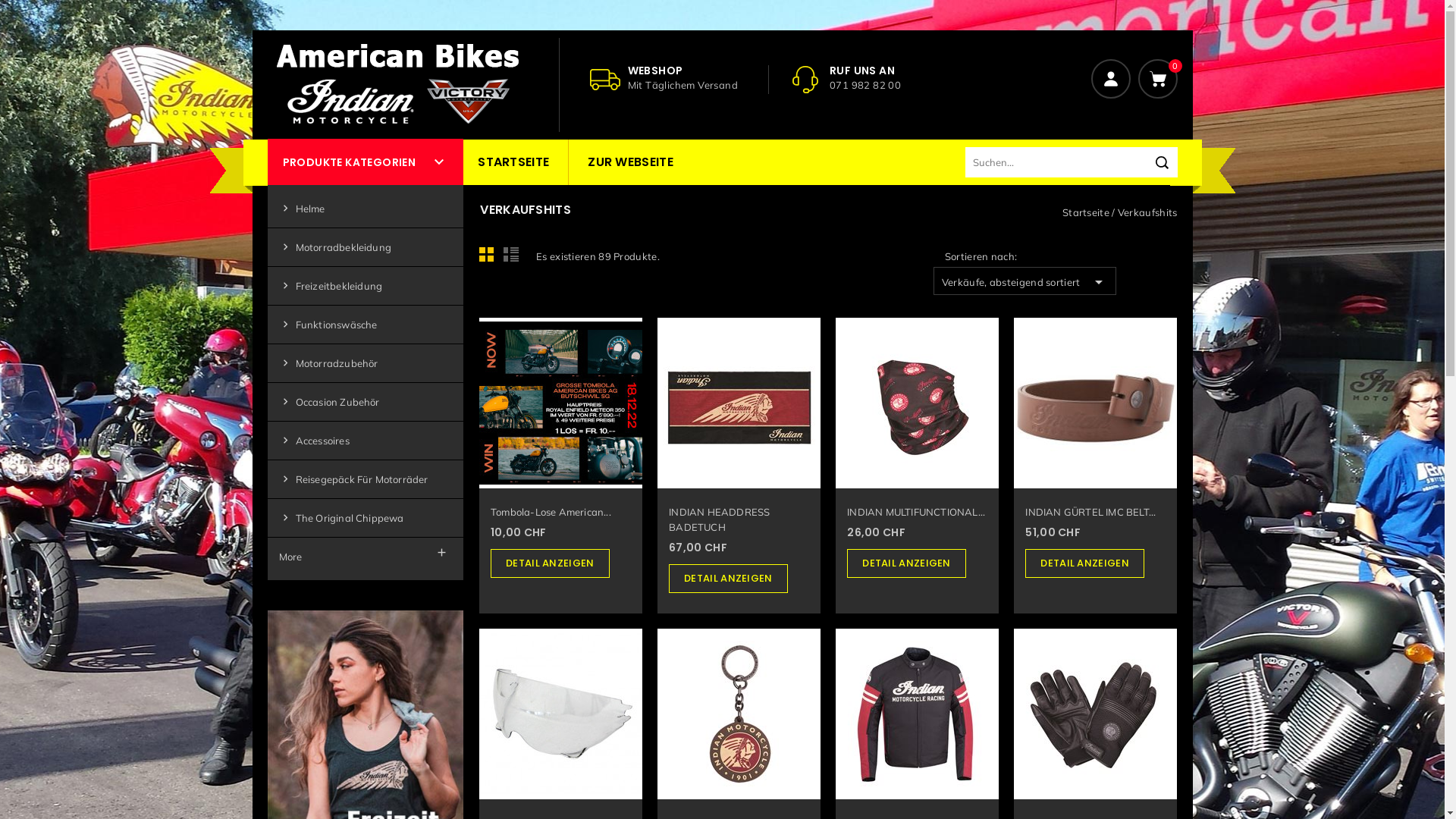 The width and height of the screenshot is (1456, 819). What do you see at coordinates (491, 257) in the screenshot?
I see `'Grid'` at bounding box center [491, 257].